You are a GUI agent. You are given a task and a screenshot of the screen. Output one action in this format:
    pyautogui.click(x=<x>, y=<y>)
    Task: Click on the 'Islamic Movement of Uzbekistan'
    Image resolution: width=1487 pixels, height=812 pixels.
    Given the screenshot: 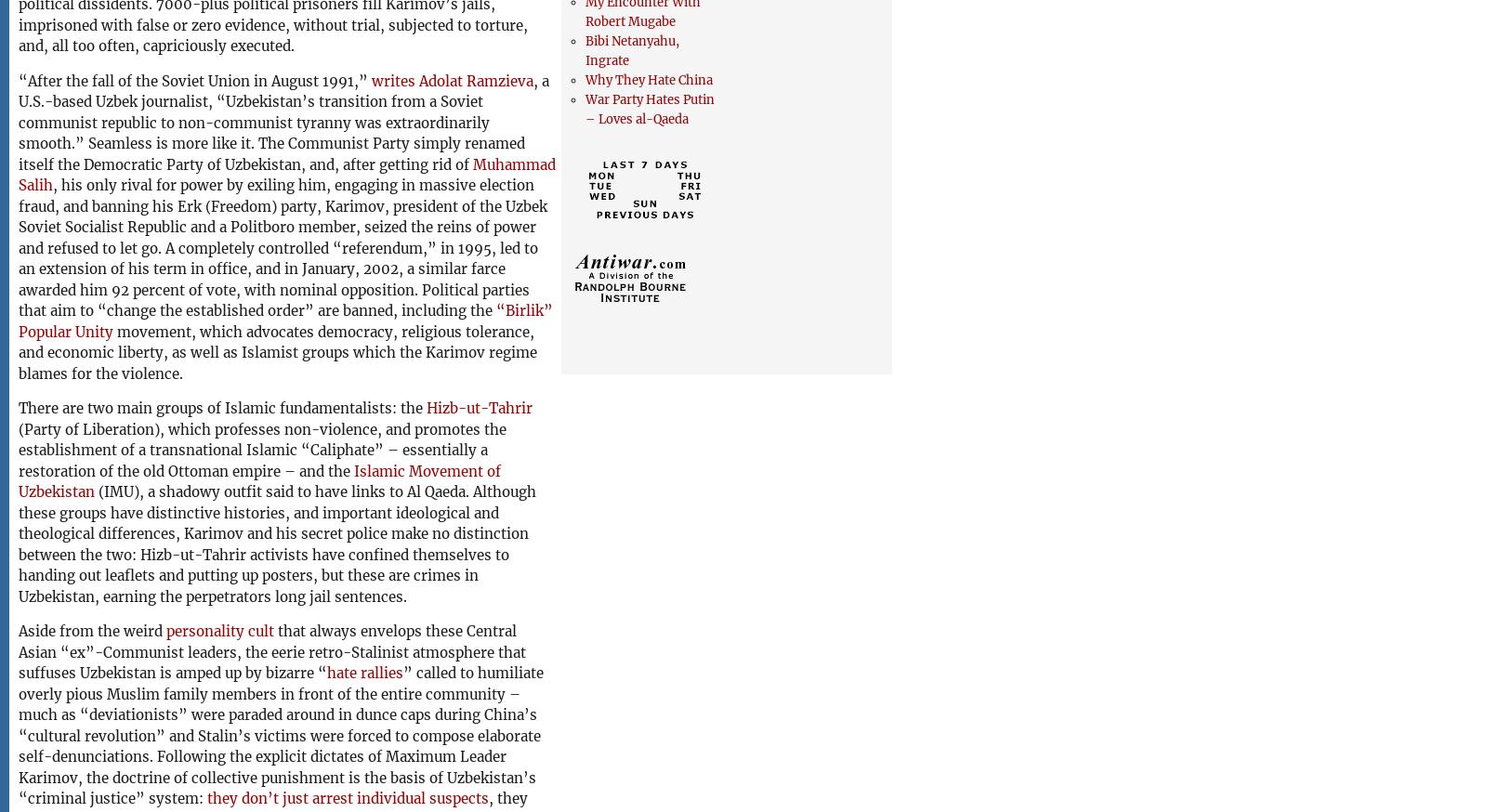 What is the action you would take?
    pyautogui.click(x=259, y=481)
    